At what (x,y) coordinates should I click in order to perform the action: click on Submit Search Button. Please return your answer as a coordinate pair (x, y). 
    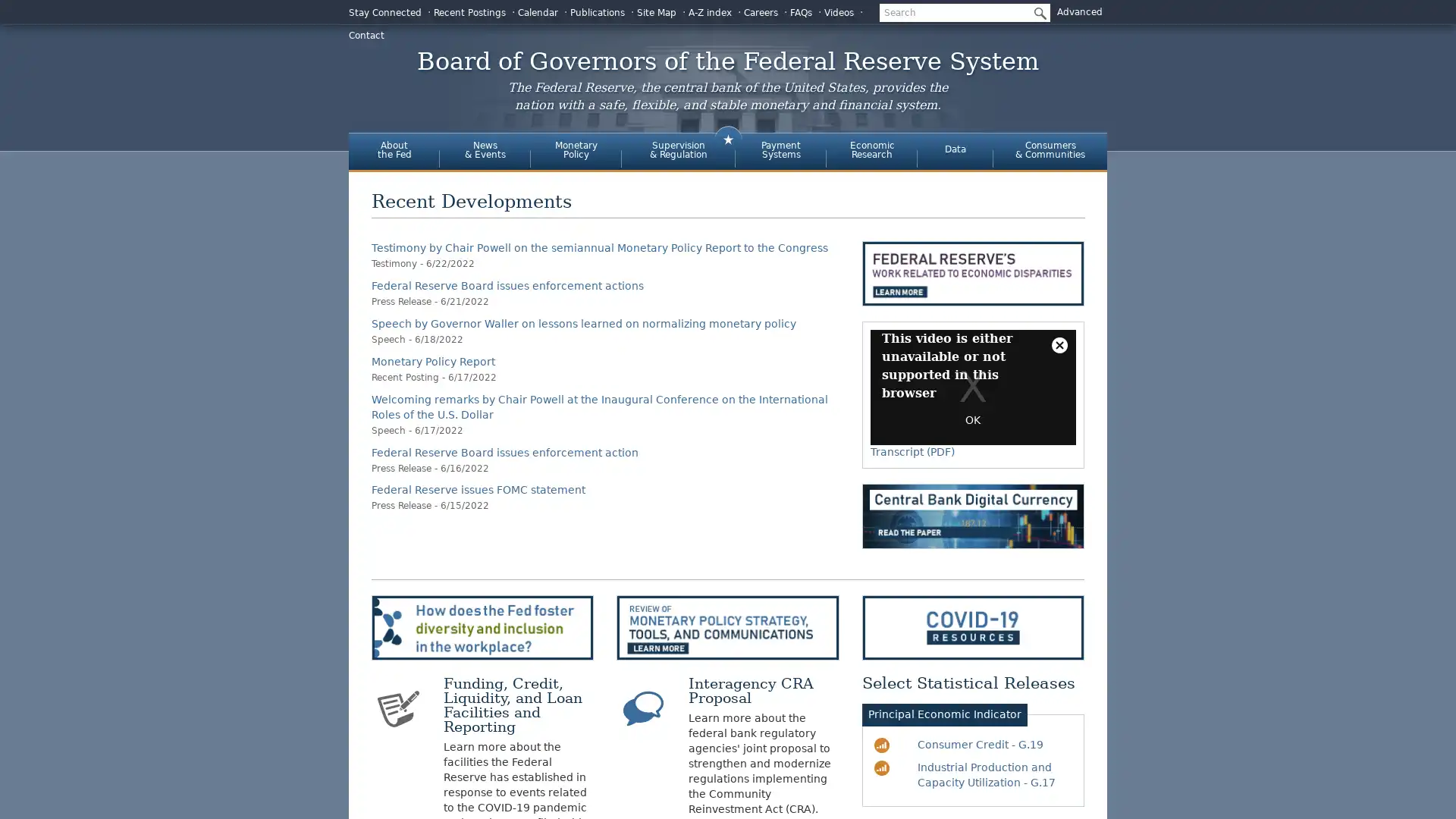
    Looking at the image, I should click on (1037, 12).